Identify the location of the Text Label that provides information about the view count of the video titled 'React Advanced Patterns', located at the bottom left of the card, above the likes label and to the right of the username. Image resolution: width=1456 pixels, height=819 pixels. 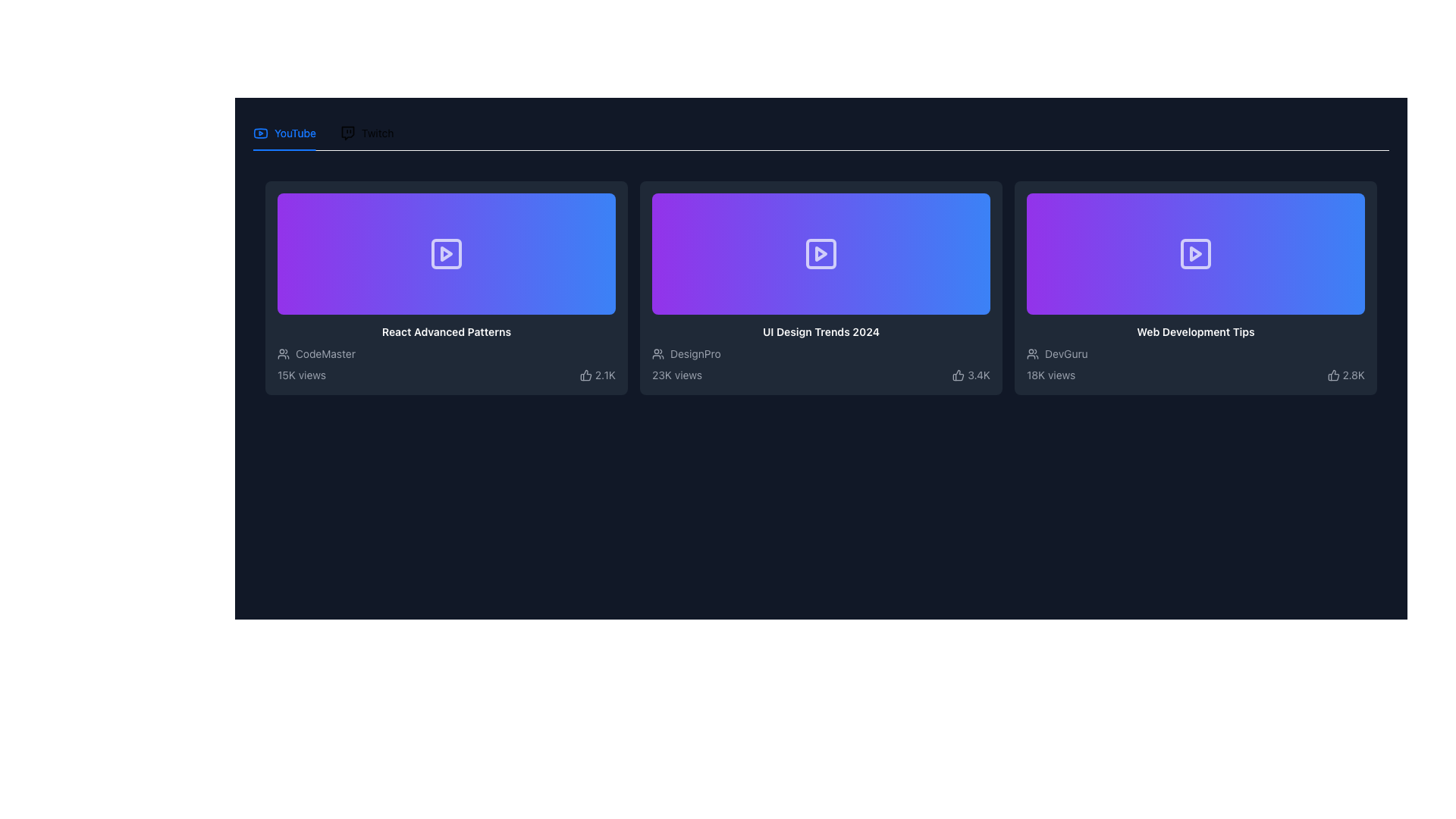
(302, 375).